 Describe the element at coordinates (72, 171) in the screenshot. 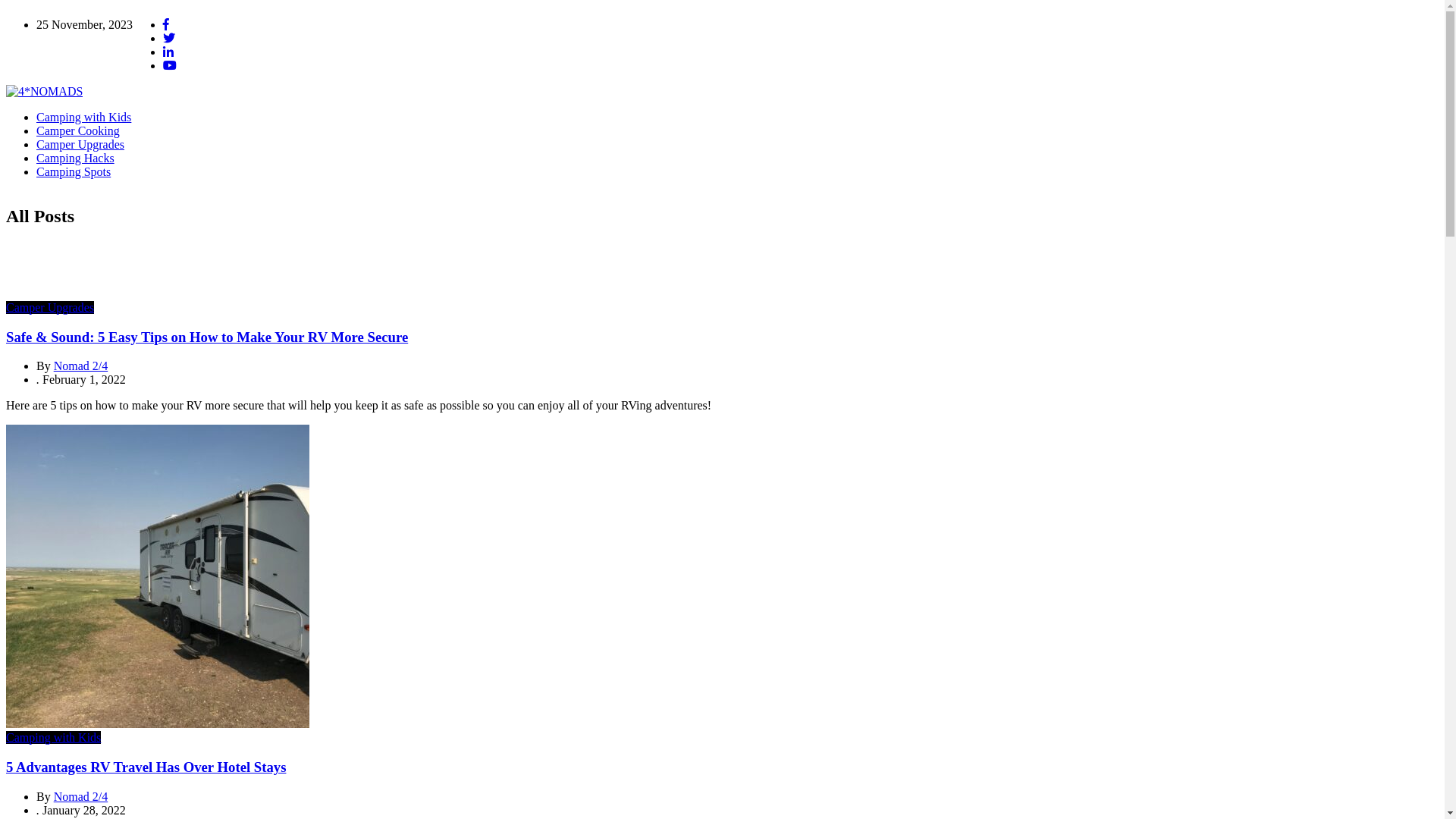

I see `'Camping Spots'` at that location.